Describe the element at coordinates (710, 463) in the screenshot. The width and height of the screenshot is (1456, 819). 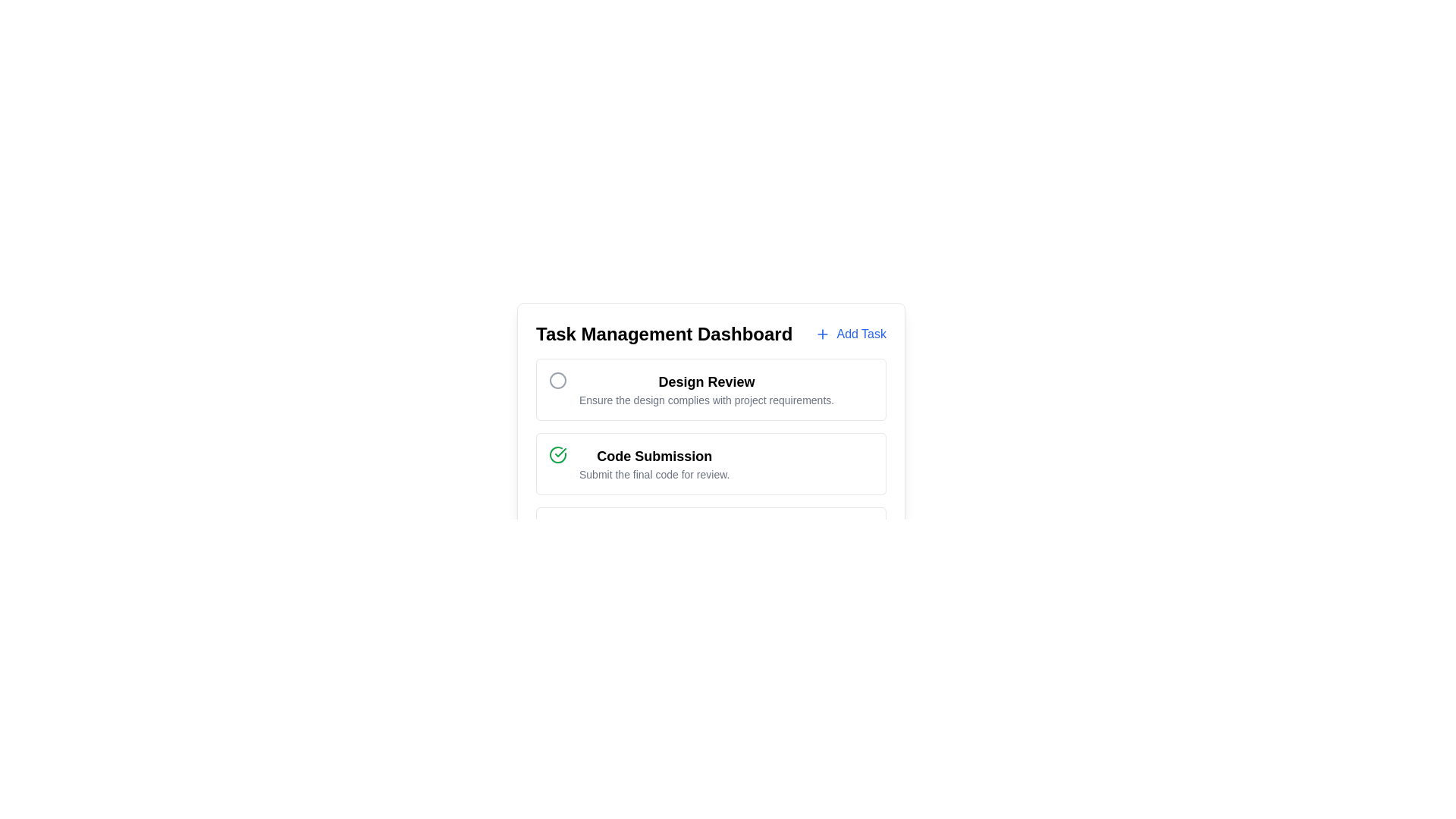
I see `the Task entry component titled 'Code Submission' which features a green check icon and is positioned centrally in the list of tasks` at that location.